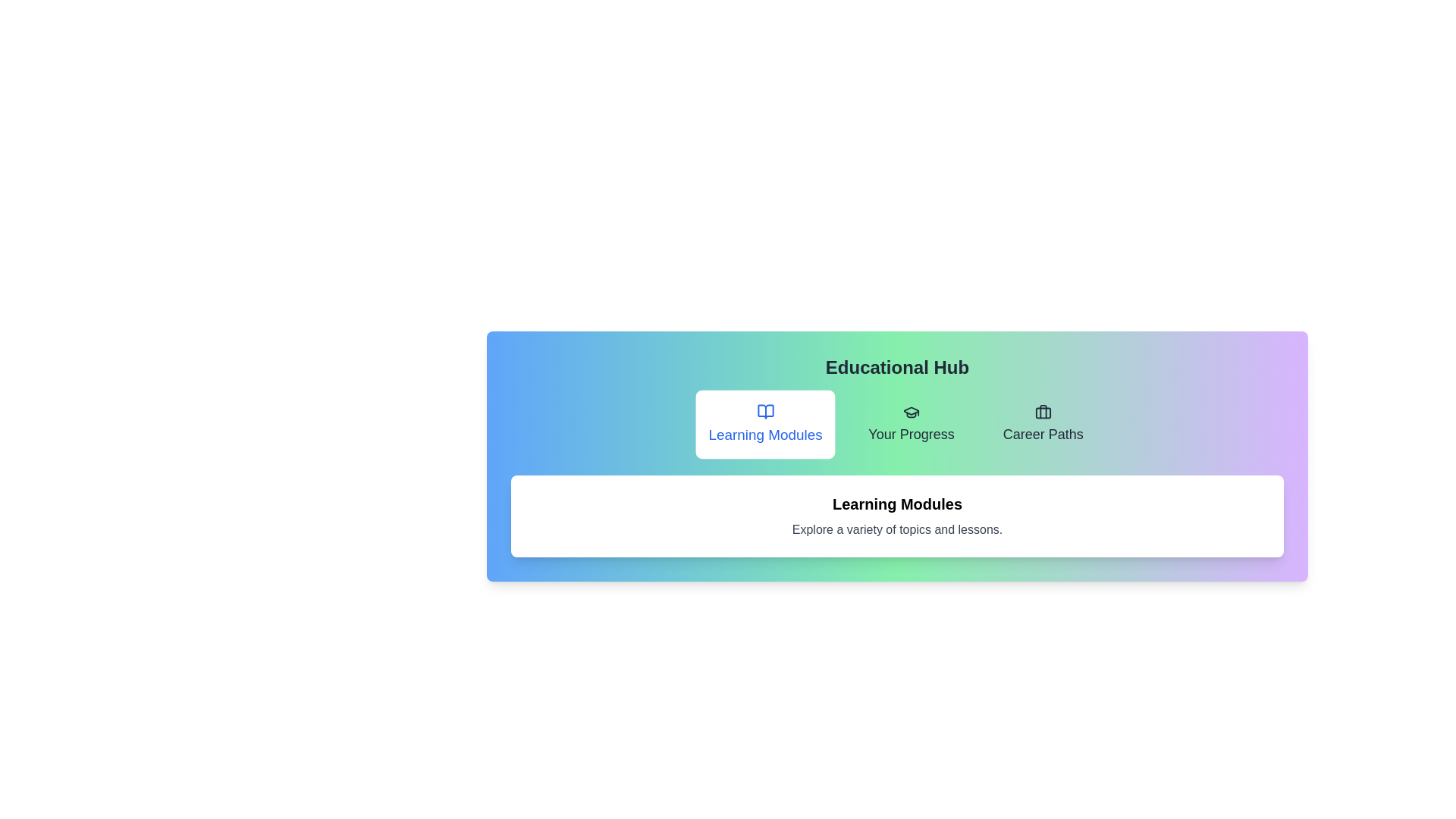 This screenshot has width=1456, height=819. Describe the element at coordinates (765, 424) in the screenshot. I see `the tab Learning Modules to view its content` at that location.